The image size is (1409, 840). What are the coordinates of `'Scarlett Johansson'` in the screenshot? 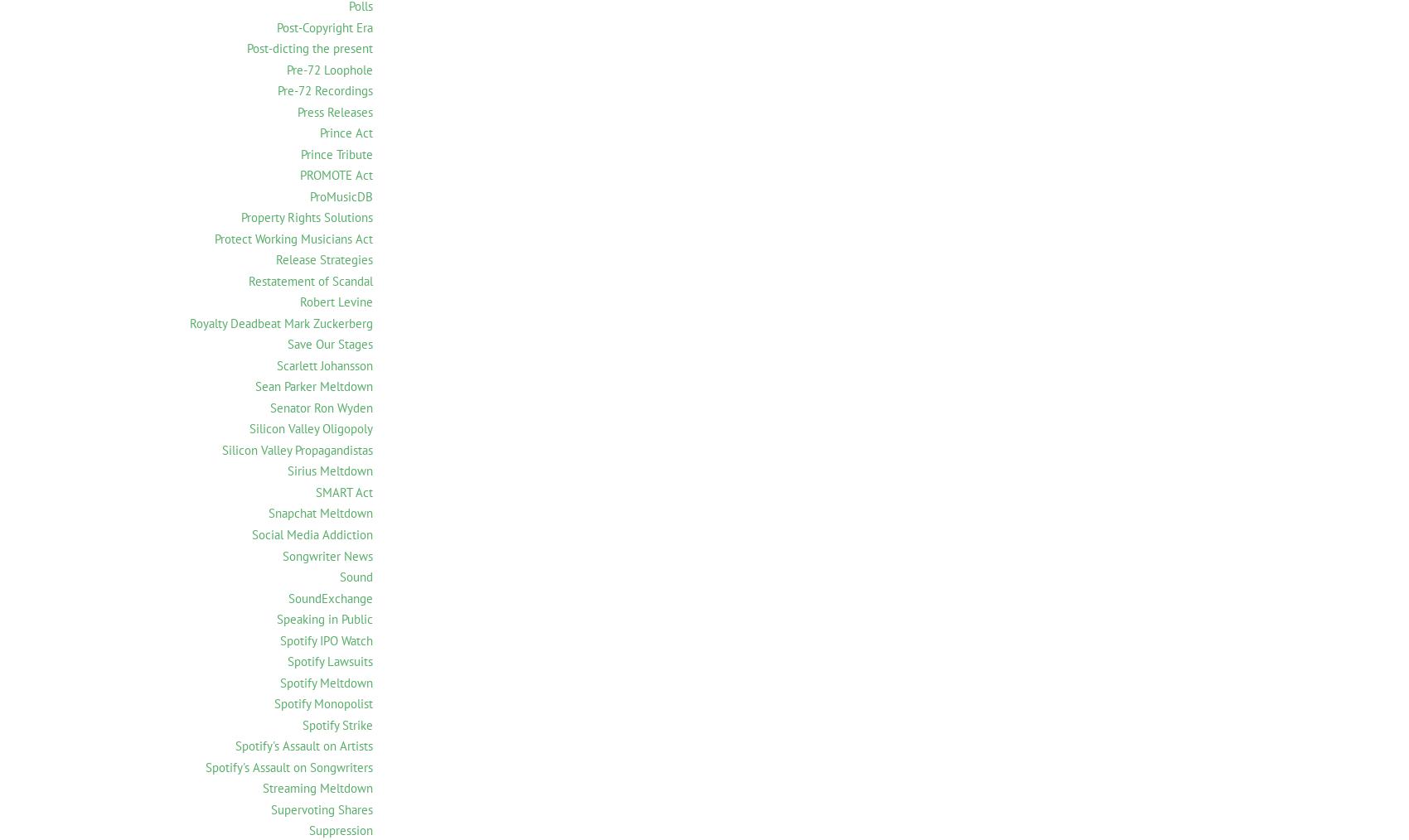 It's located at (324, 364).